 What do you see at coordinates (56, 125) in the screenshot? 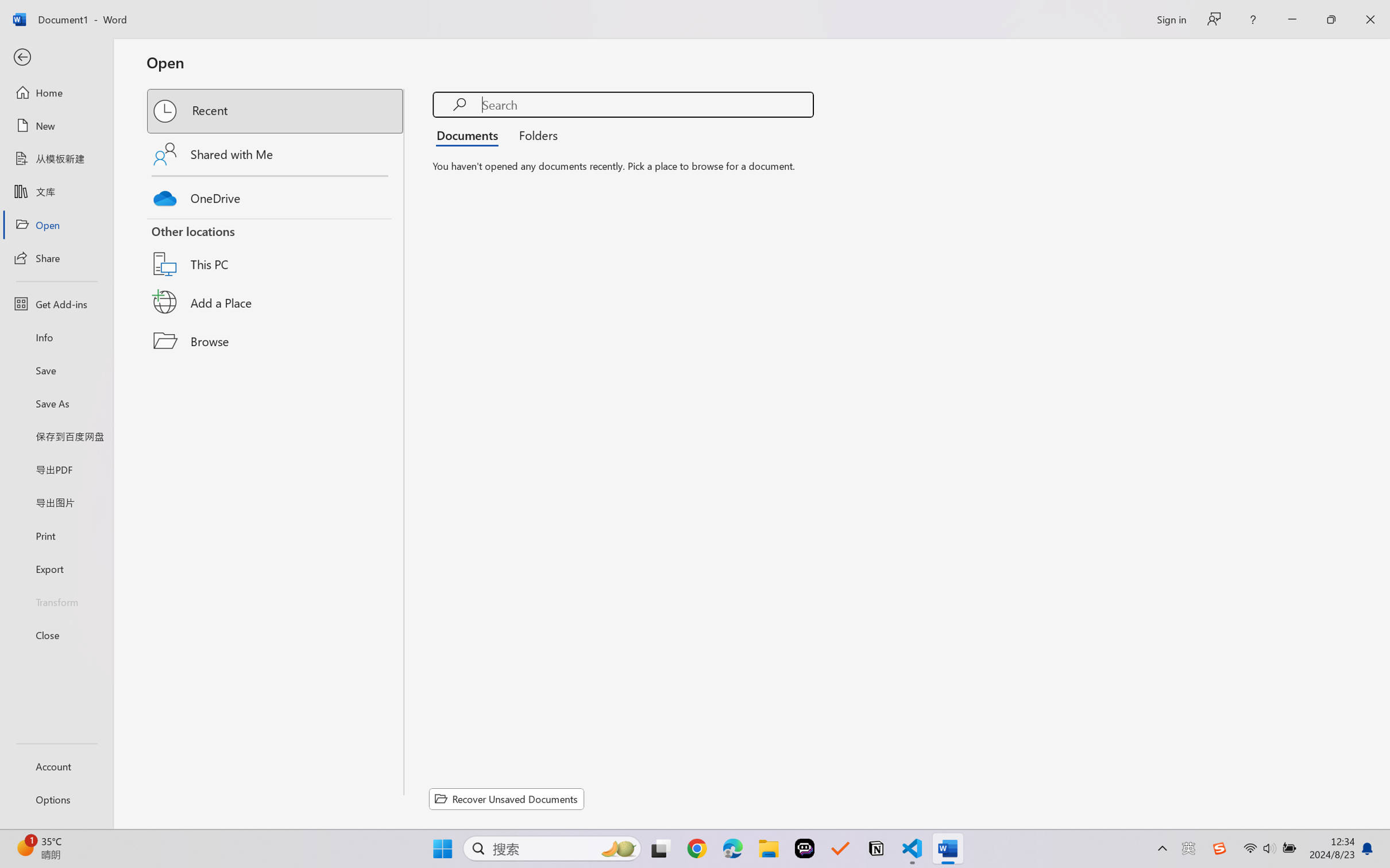
I see `'New'` at bounding box center [56, 125].